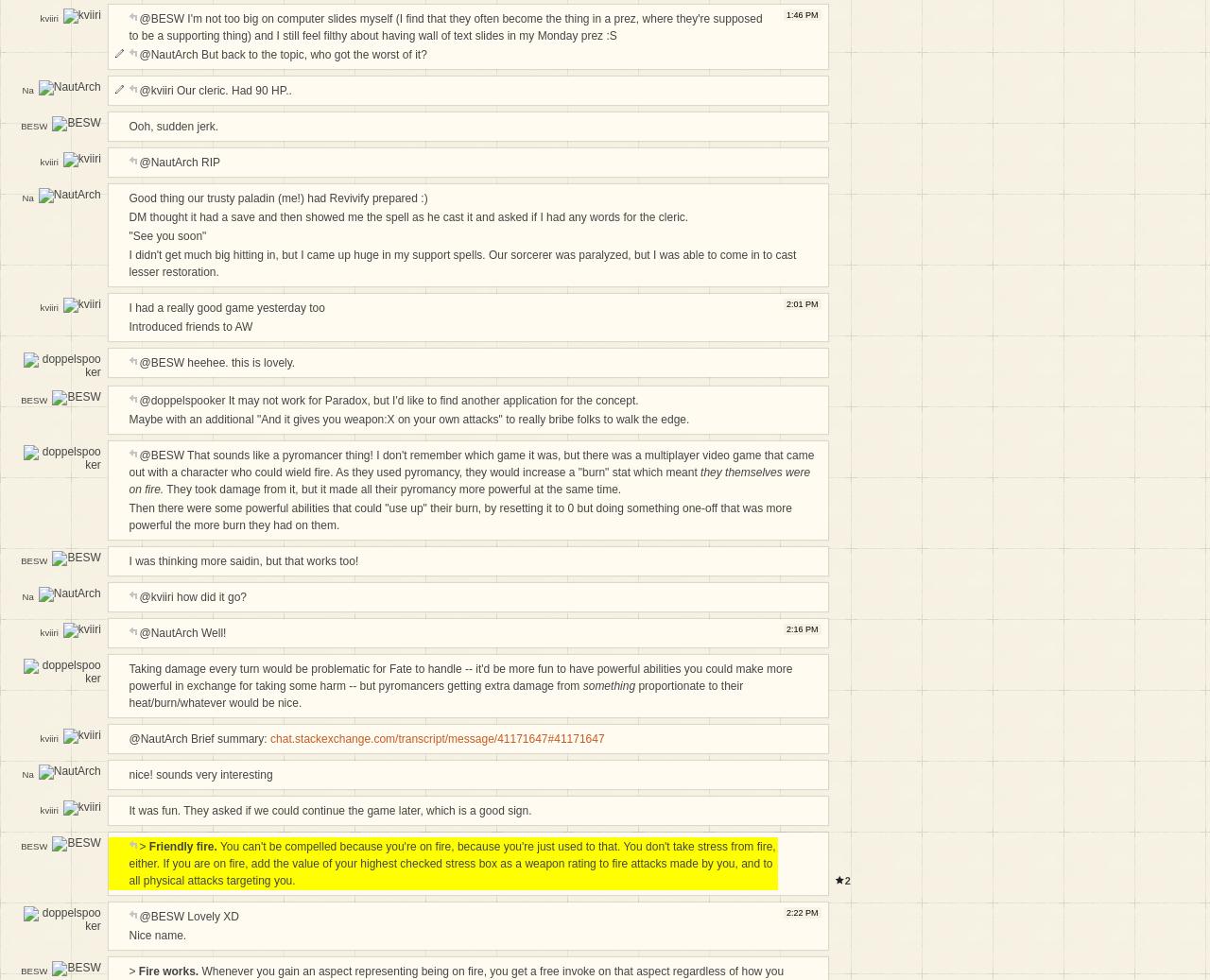 The image size is (1210, 980). I want to click on '@NautArch But back to the topic, who got the worst of it?', so click(282, 53).